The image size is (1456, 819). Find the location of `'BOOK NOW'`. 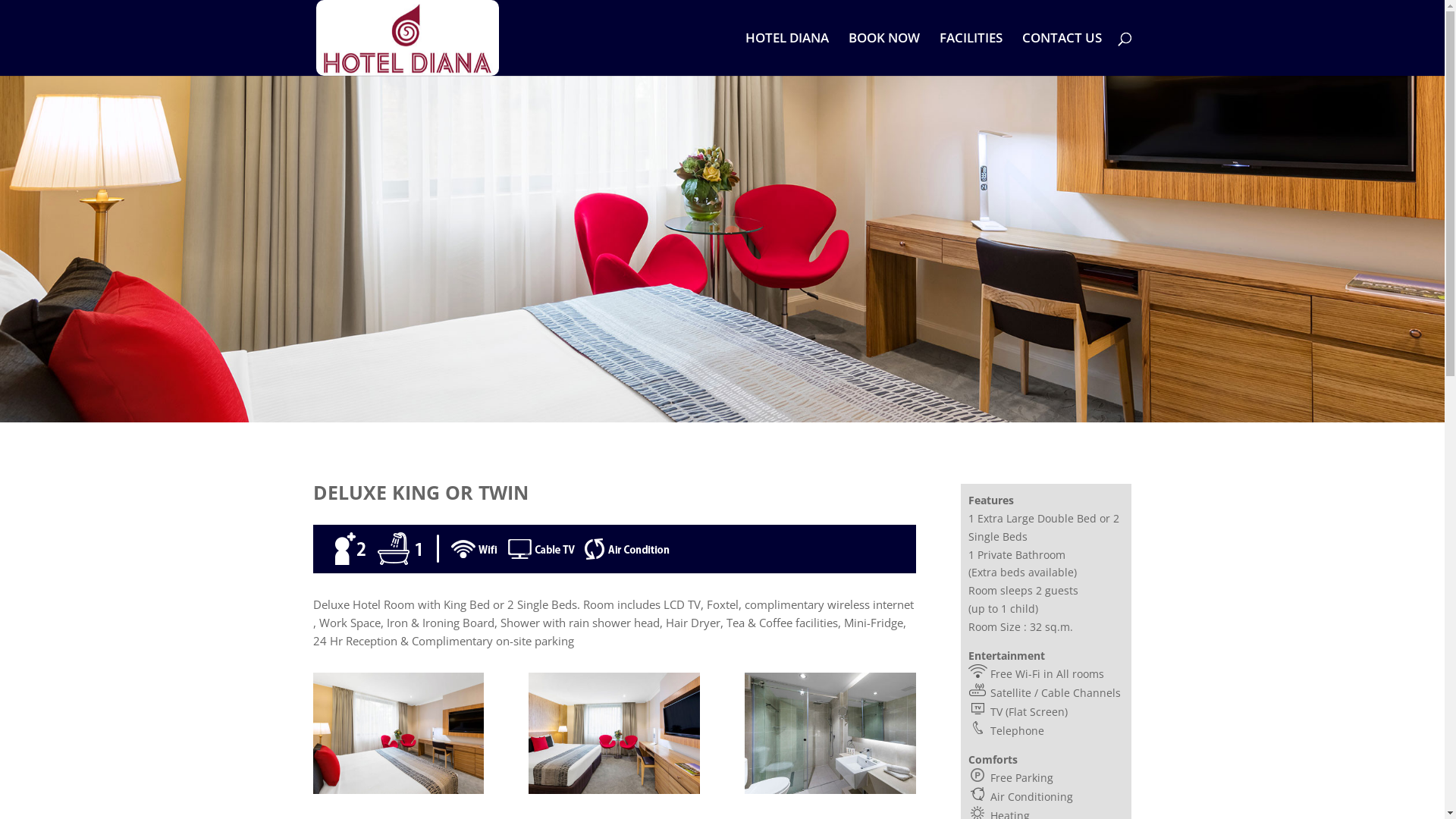

'BOOK NOW' is located at coordinates (883, 53).